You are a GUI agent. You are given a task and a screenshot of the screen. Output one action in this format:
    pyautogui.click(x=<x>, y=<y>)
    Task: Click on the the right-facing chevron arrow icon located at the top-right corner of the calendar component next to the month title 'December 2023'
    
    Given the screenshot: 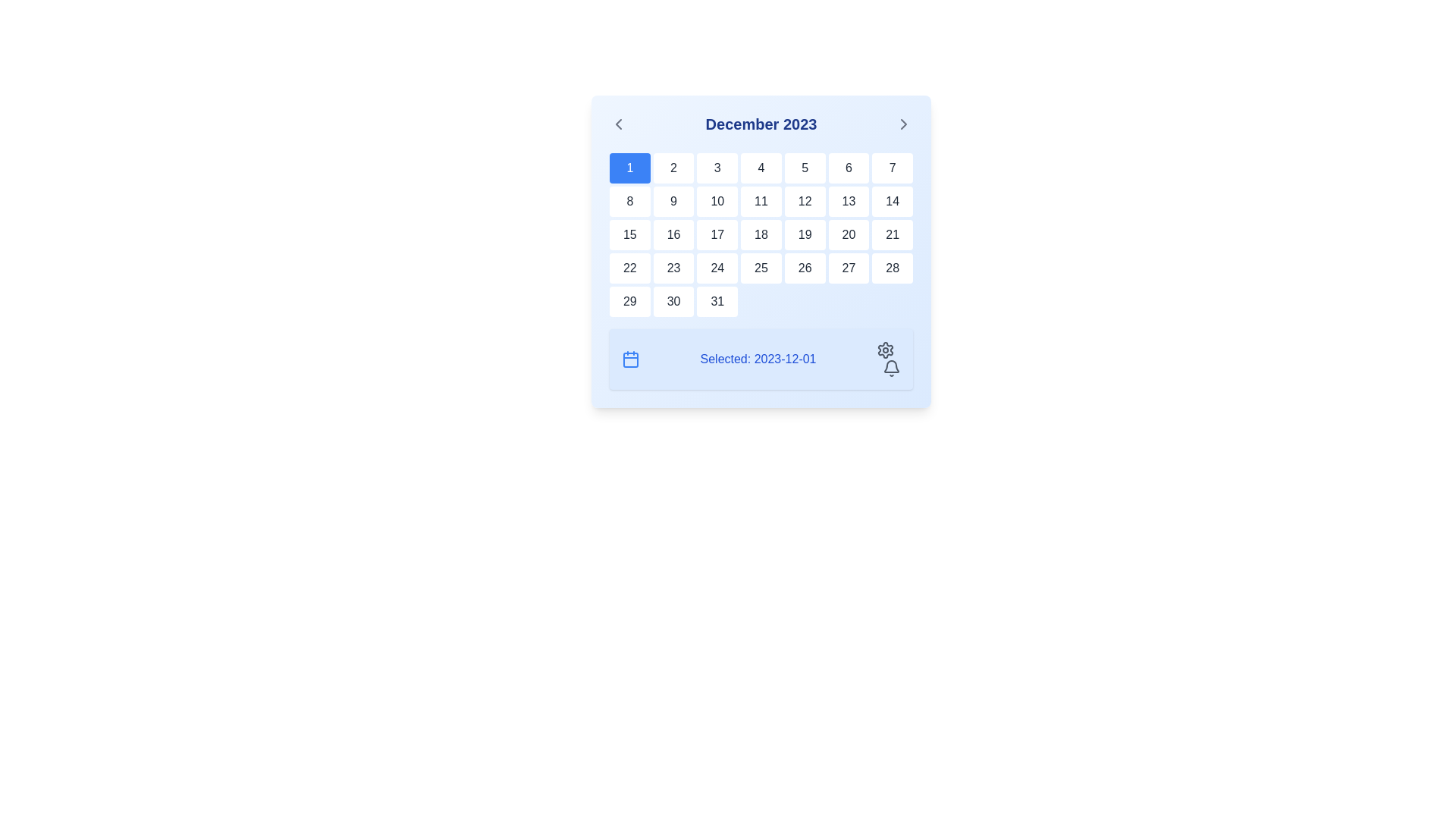 What is the action you would take?
    pyautogui.click(x=903, y=124)
    